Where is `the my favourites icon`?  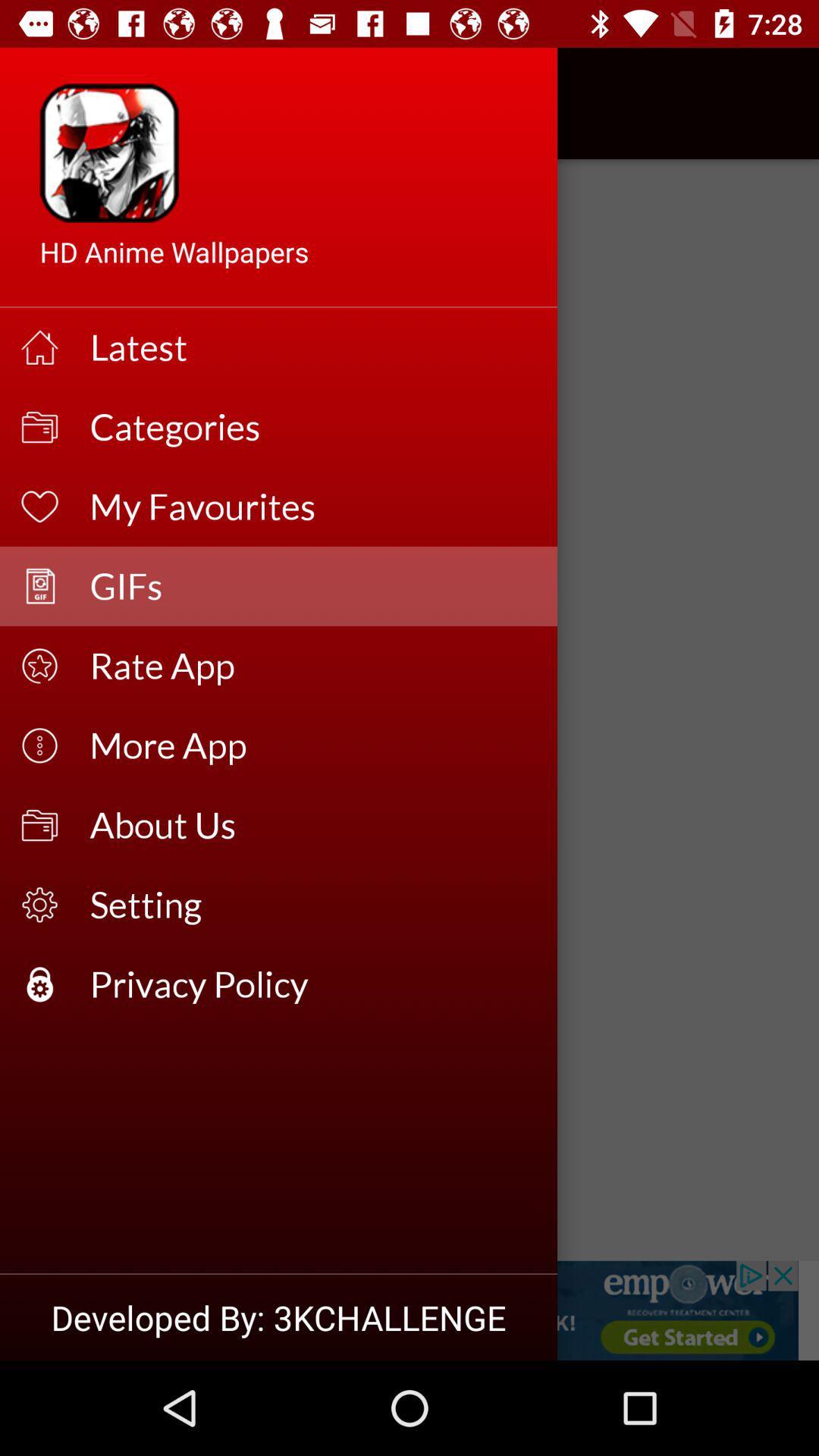
the my favourites icon is located at coordinates (312, 507).